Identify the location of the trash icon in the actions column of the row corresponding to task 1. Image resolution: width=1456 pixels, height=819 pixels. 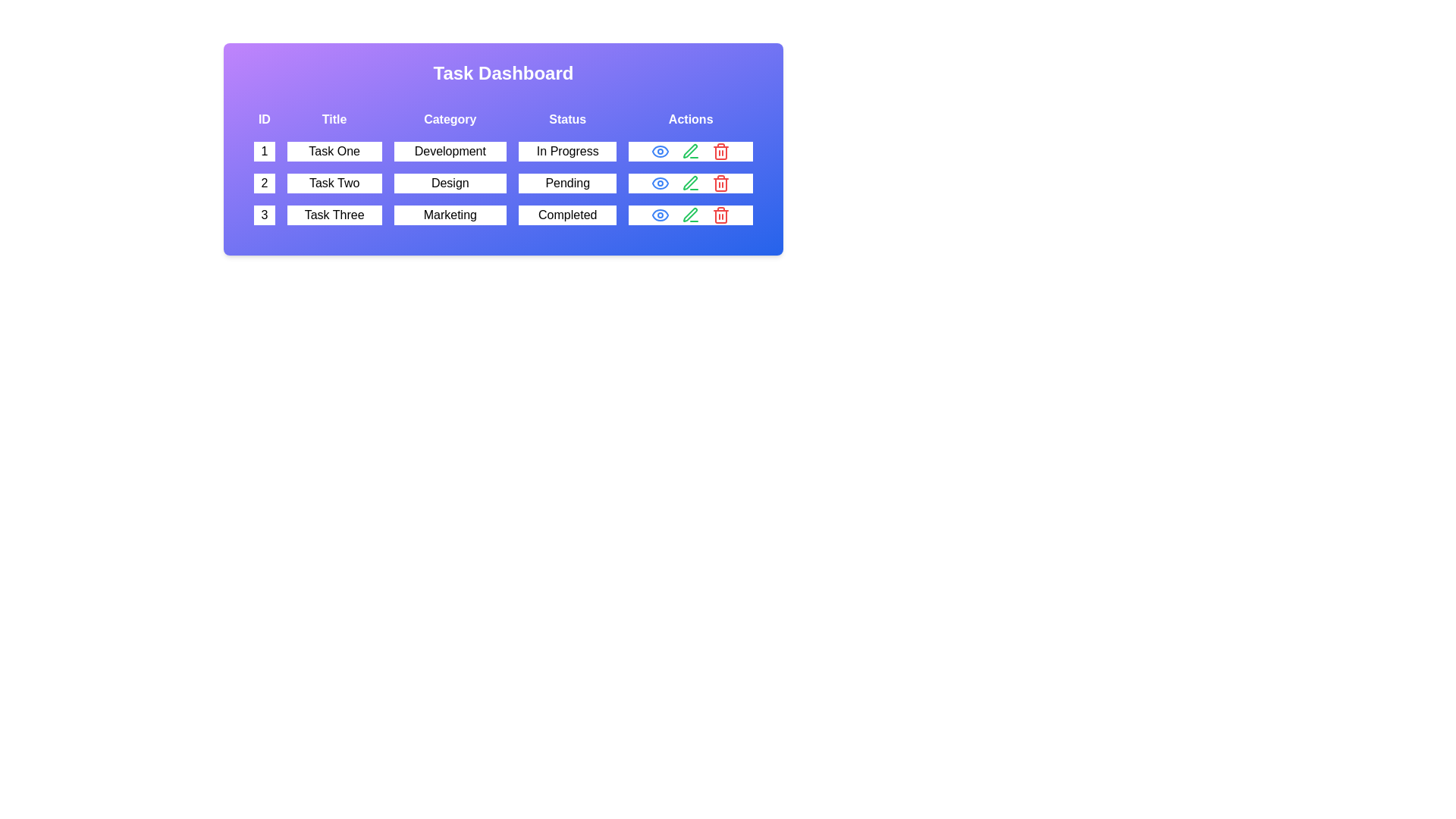
(720, 152).